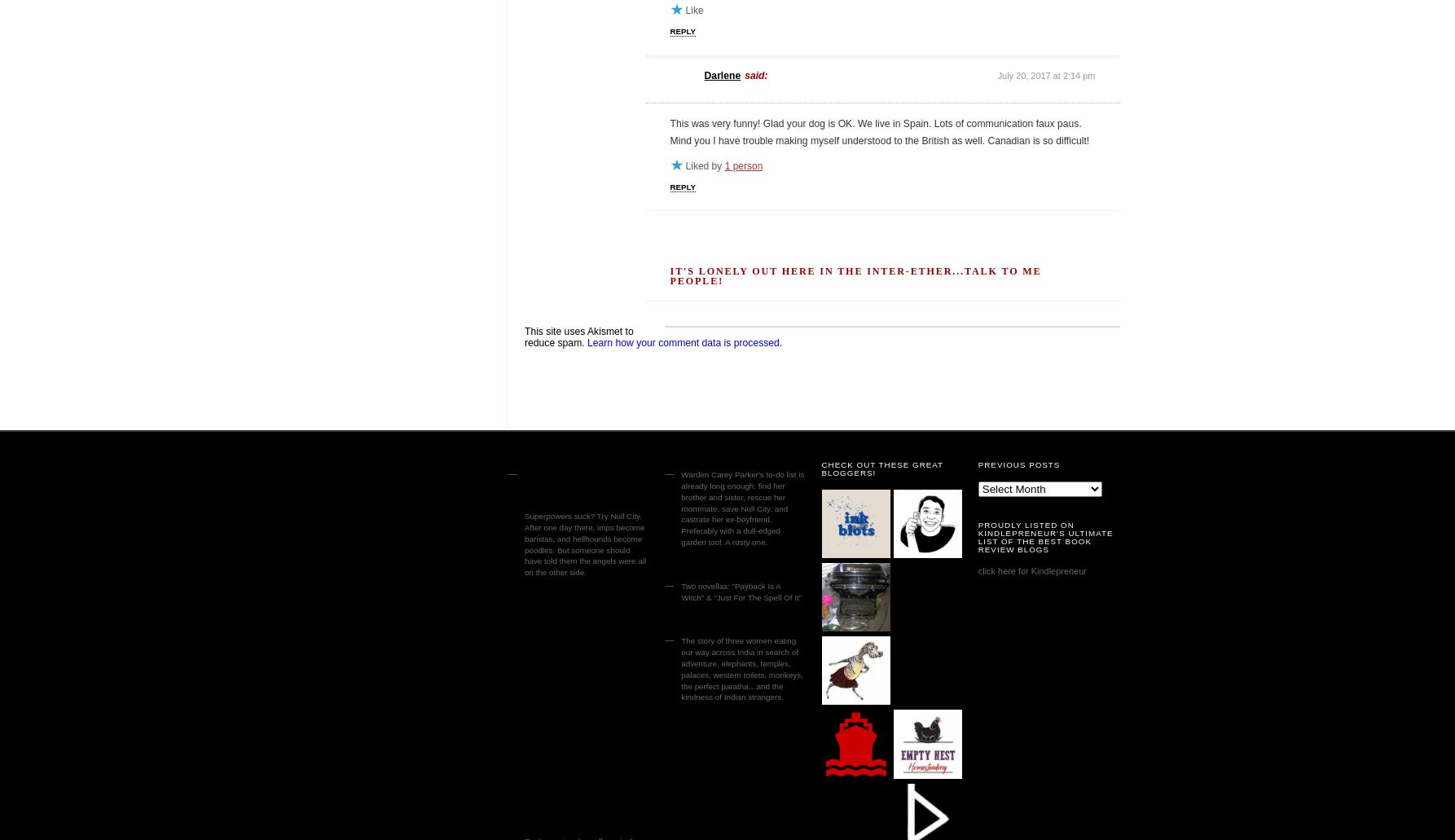  Describe the element at coordinates (854, 275) in the screenshot. I see `'It's lonely out here in the inter-ether...Talk to me people!'` at that location.